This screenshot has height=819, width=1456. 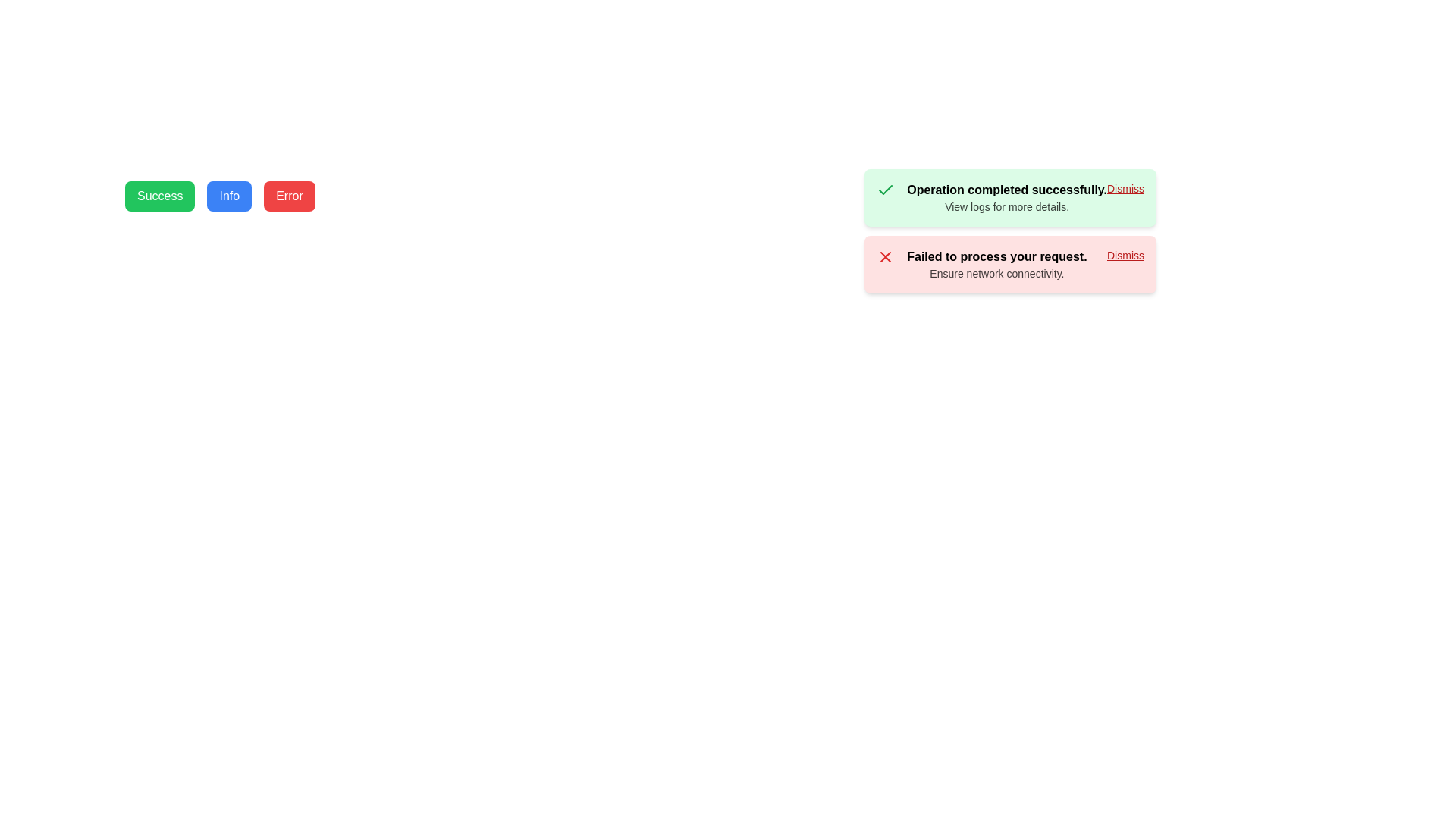 What do you see at coordinates (997, 256) in the screenshot?
I see `error message from the text label located in the second notification box with a red background, which is the first line of text in its grouping` at bounding box center [997, 256].